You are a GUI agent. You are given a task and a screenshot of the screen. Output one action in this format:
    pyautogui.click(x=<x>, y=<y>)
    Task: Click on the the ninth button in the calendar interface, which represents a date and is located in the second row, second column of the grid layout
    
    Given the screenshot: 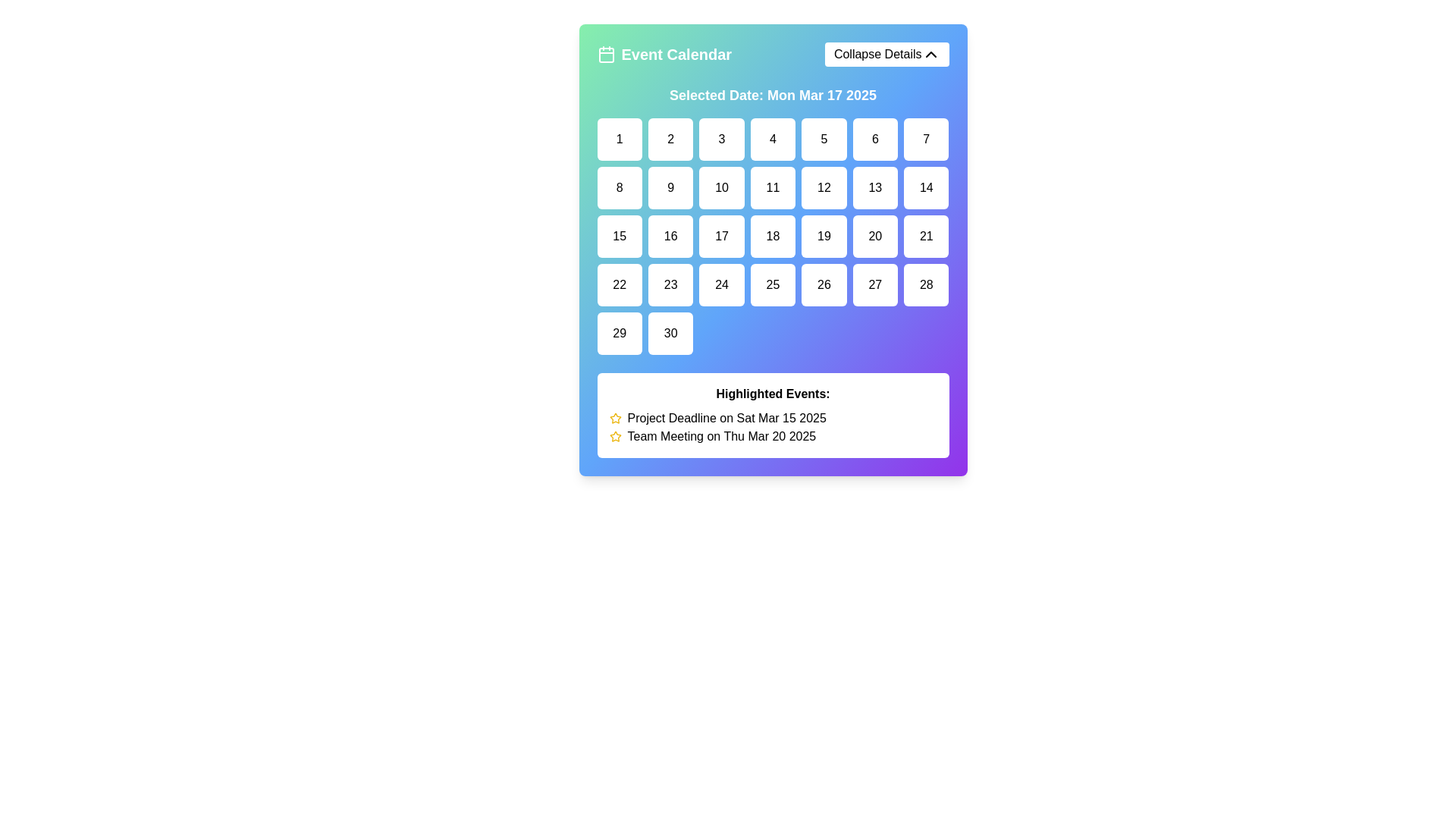 What is the action you would take?
    pyautogui.click(x=670, y=187)
    